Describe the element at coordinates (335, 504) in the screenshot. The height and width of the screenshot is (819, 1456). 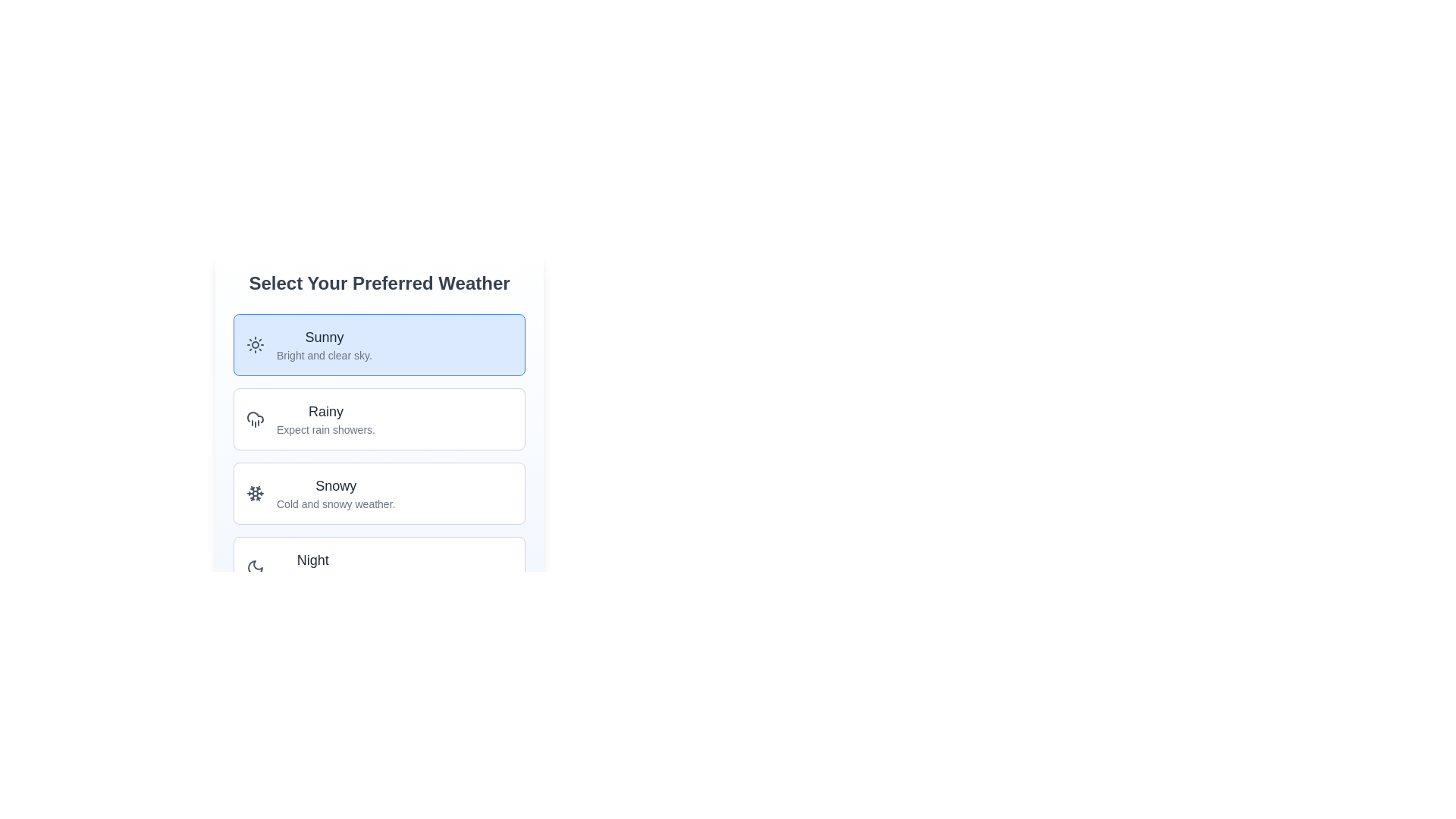
I see `the text label displaying 'Cold and snowy weather.' located below the title 'Snowy' in the weather preference section` at that location.